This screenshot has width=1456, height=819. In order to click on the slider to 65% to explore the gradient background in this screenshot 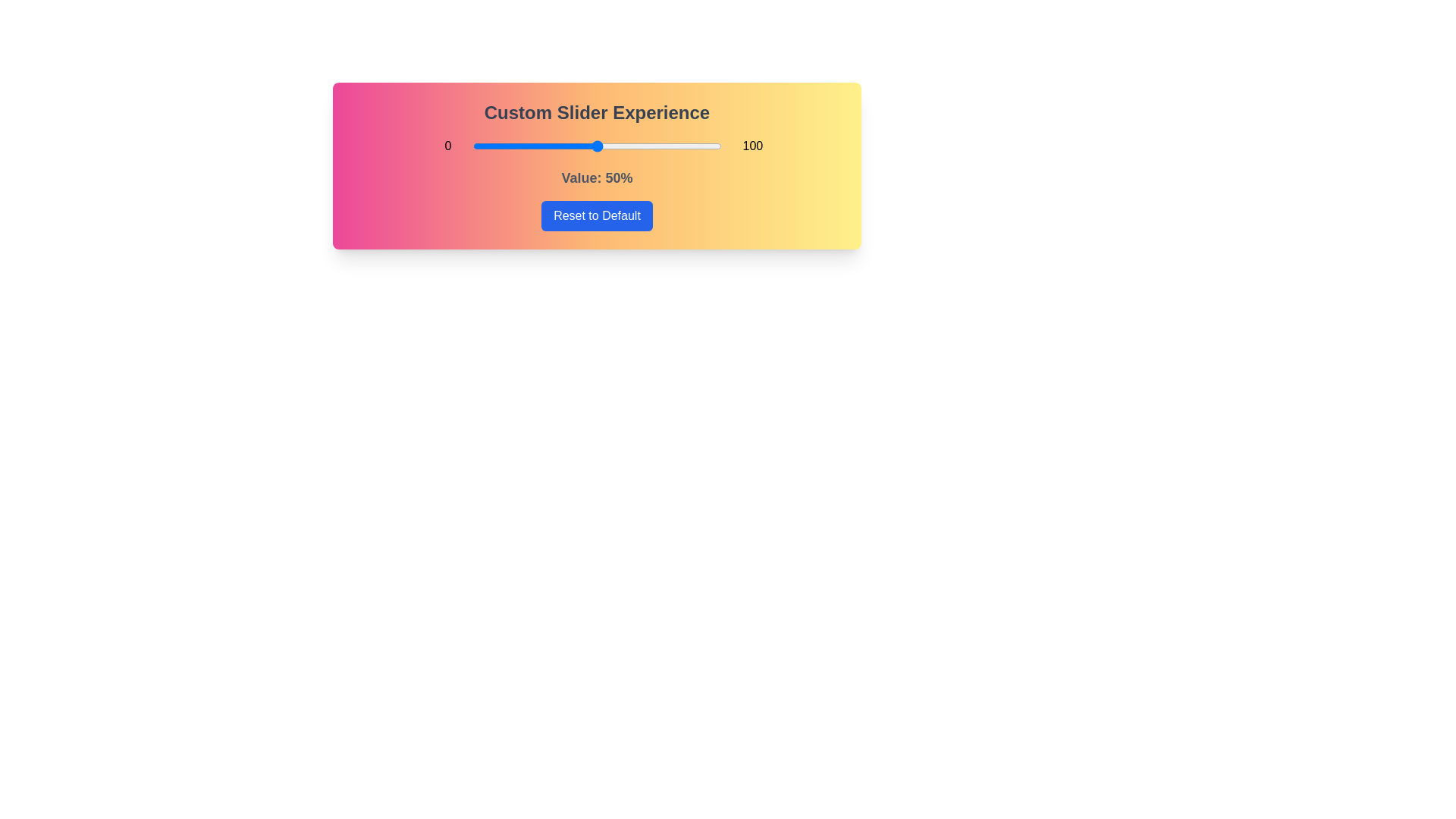, I will do `click(634, 146)`.